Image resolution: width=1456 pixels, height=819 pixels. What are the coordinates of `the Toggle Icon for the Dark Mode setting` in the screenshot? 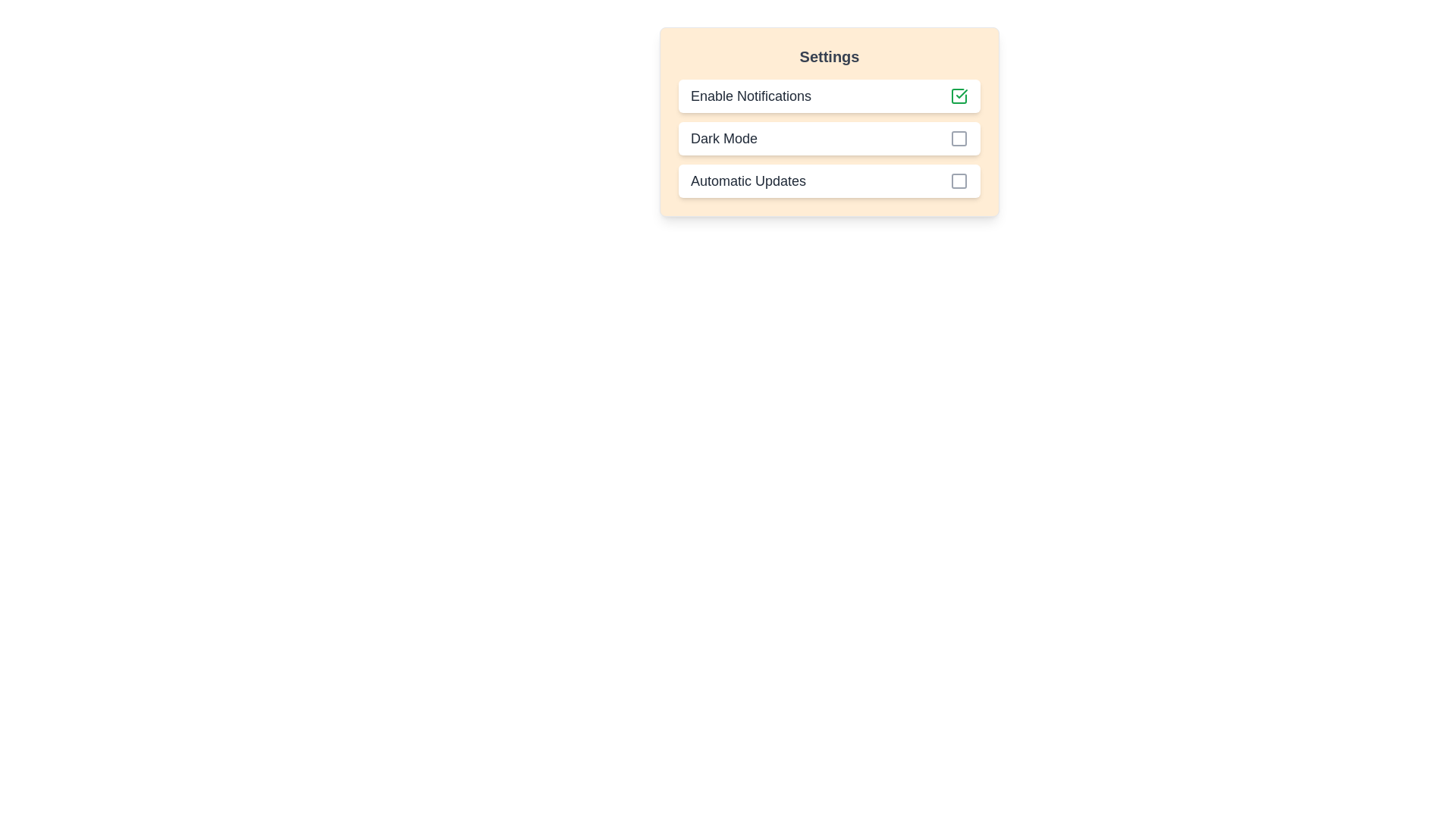 It's located at (959, 138).